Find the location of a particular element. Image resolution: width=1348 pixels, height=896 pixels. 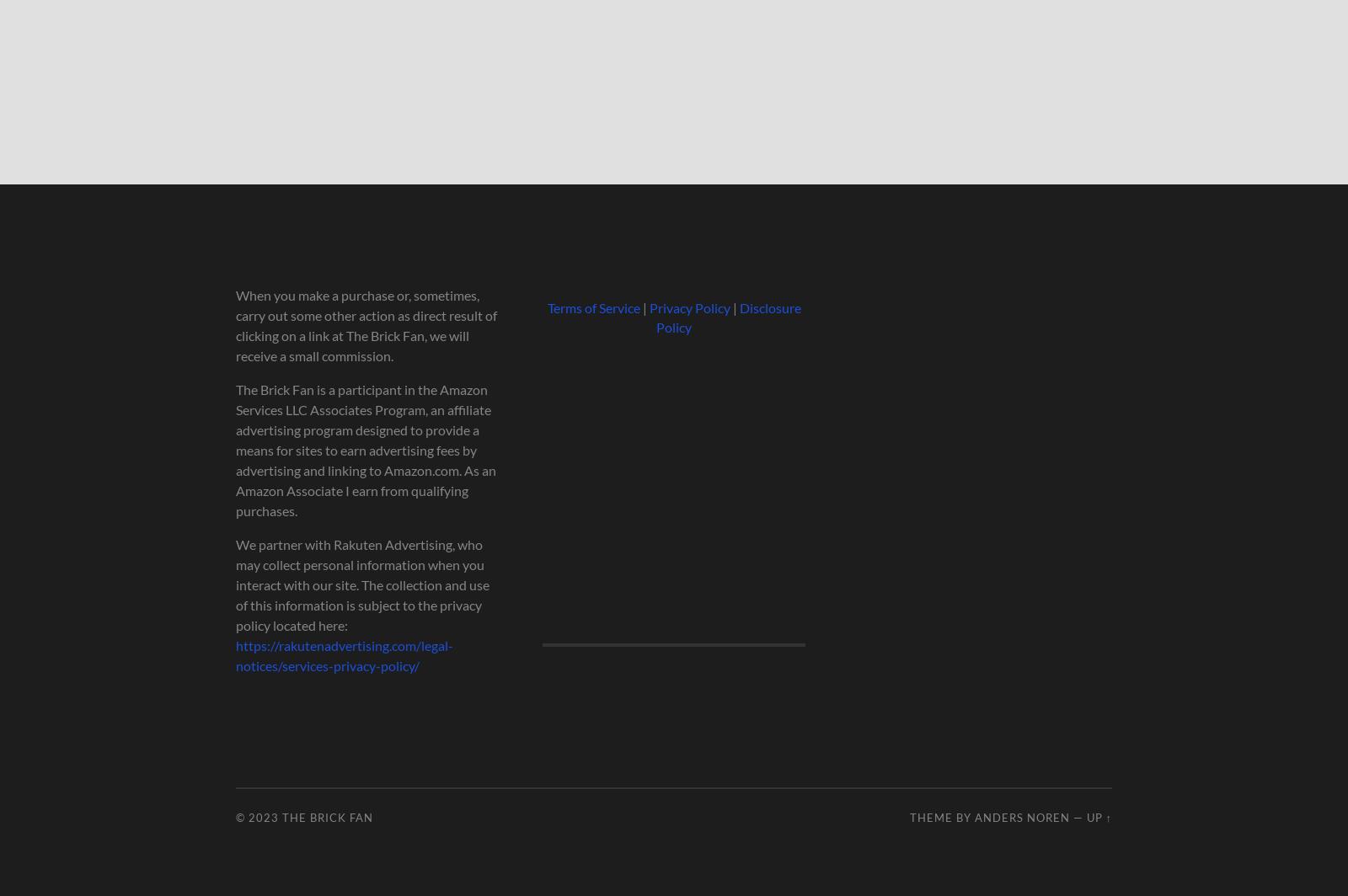

'Theme by' is located at coordinates (941, 817).